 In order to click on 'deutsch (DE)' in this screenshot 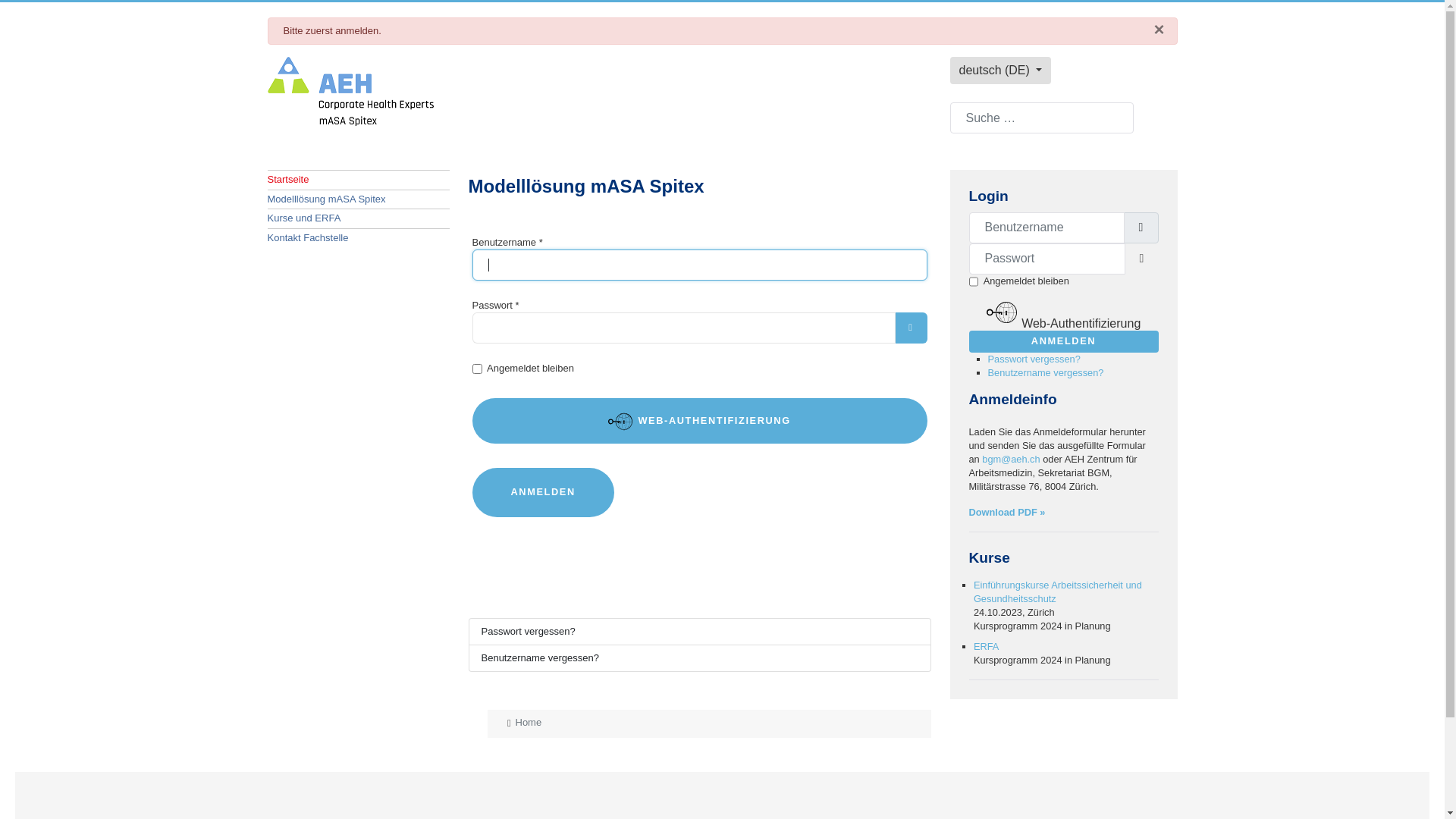, I will do `click(1000, 70)`.